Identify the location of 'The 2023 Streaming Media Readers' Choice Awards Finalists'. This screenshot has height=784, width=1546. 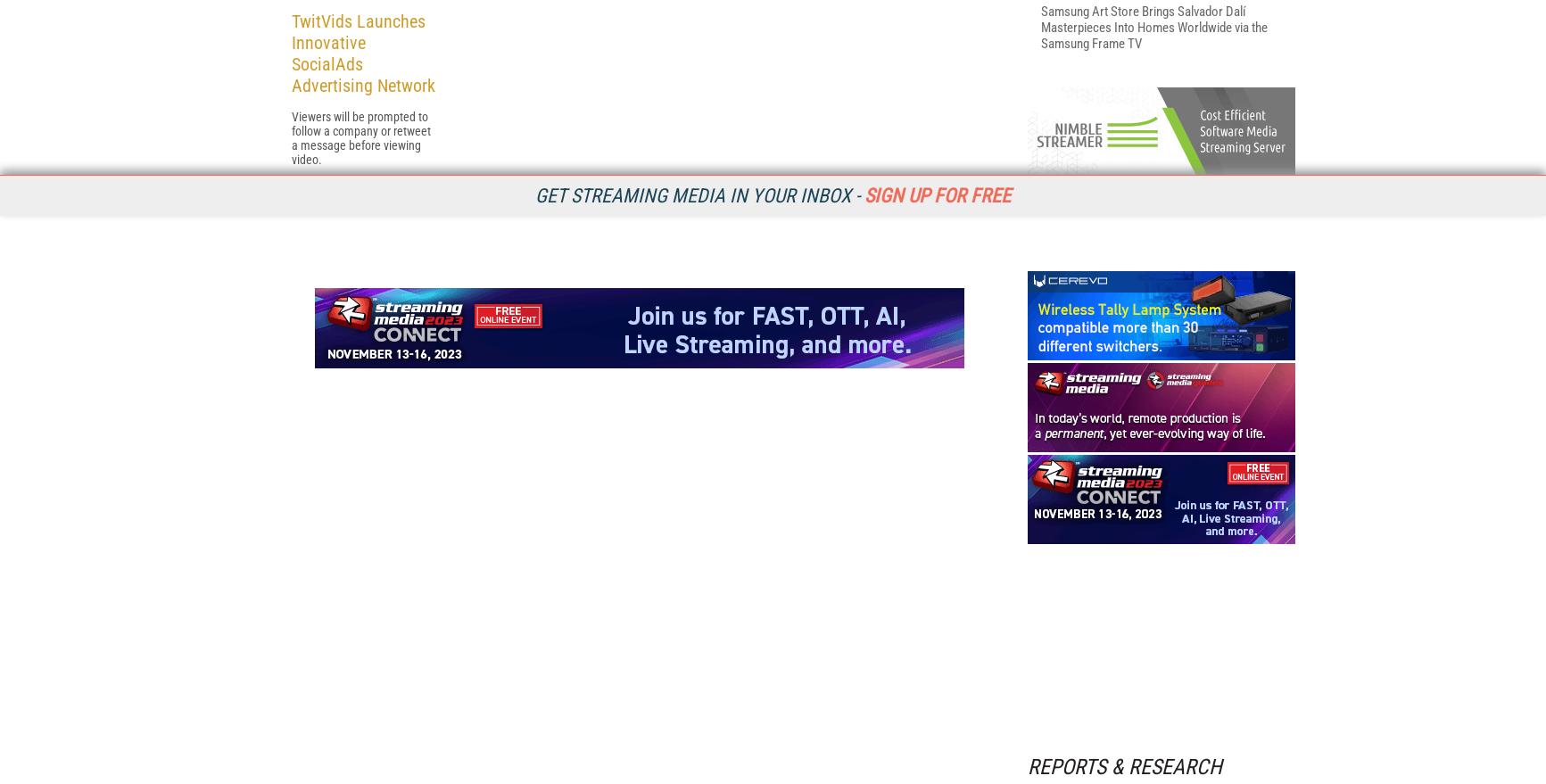
(1152, 32).